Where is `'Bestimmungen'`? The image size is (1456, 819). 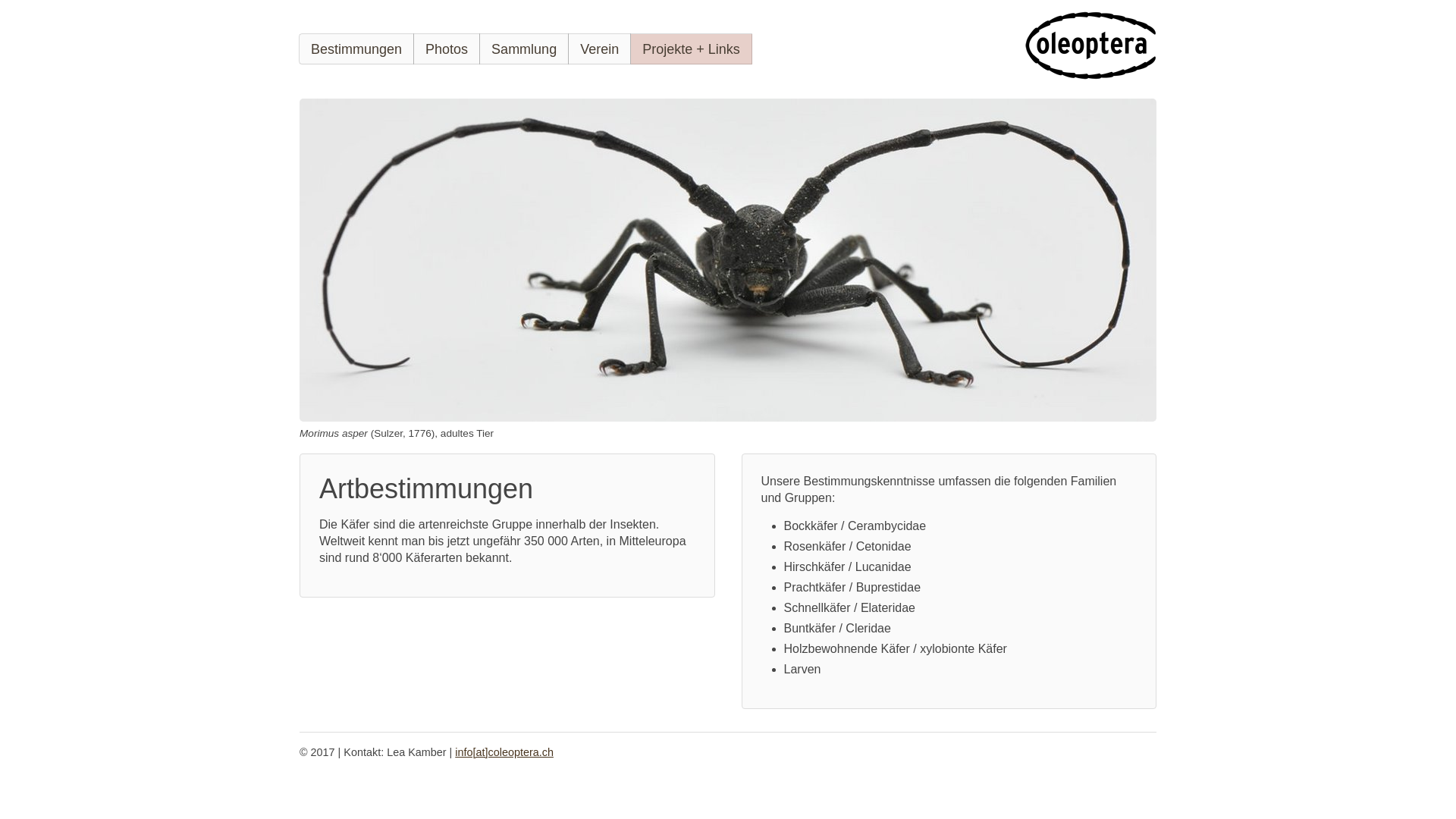
'Bestimmungen' is located at coordinates (356, 48).